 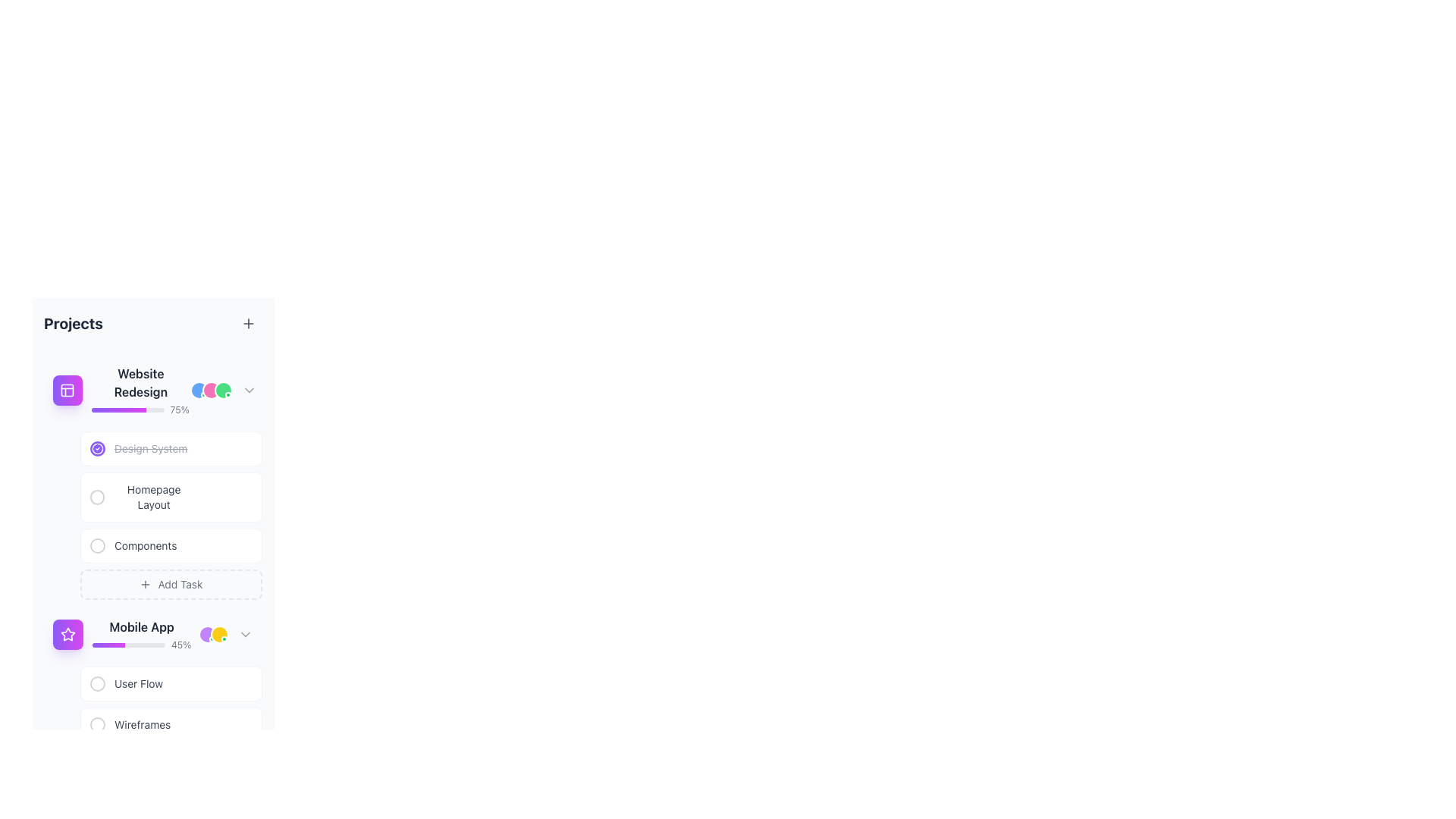 What do you see at coordinates (221, 546) in the screenshot?
I see `the text label that reads 'Next Week', which is styled in small gray font and accompanied by a green circular indicator to its left, located in the 'Components' section` at bounding box center [221, 546].